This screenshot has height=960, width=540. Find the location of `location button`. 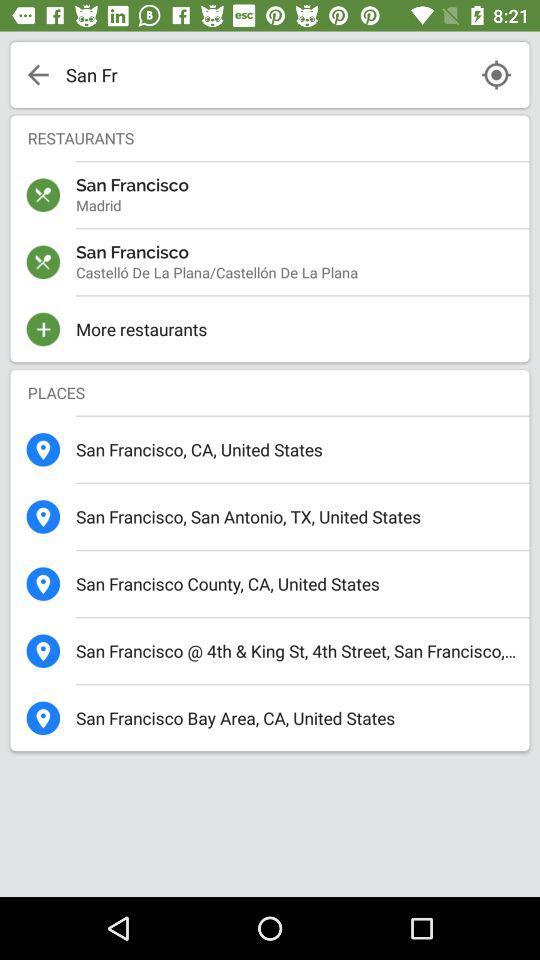

location button is located at coordinates (495, 74).